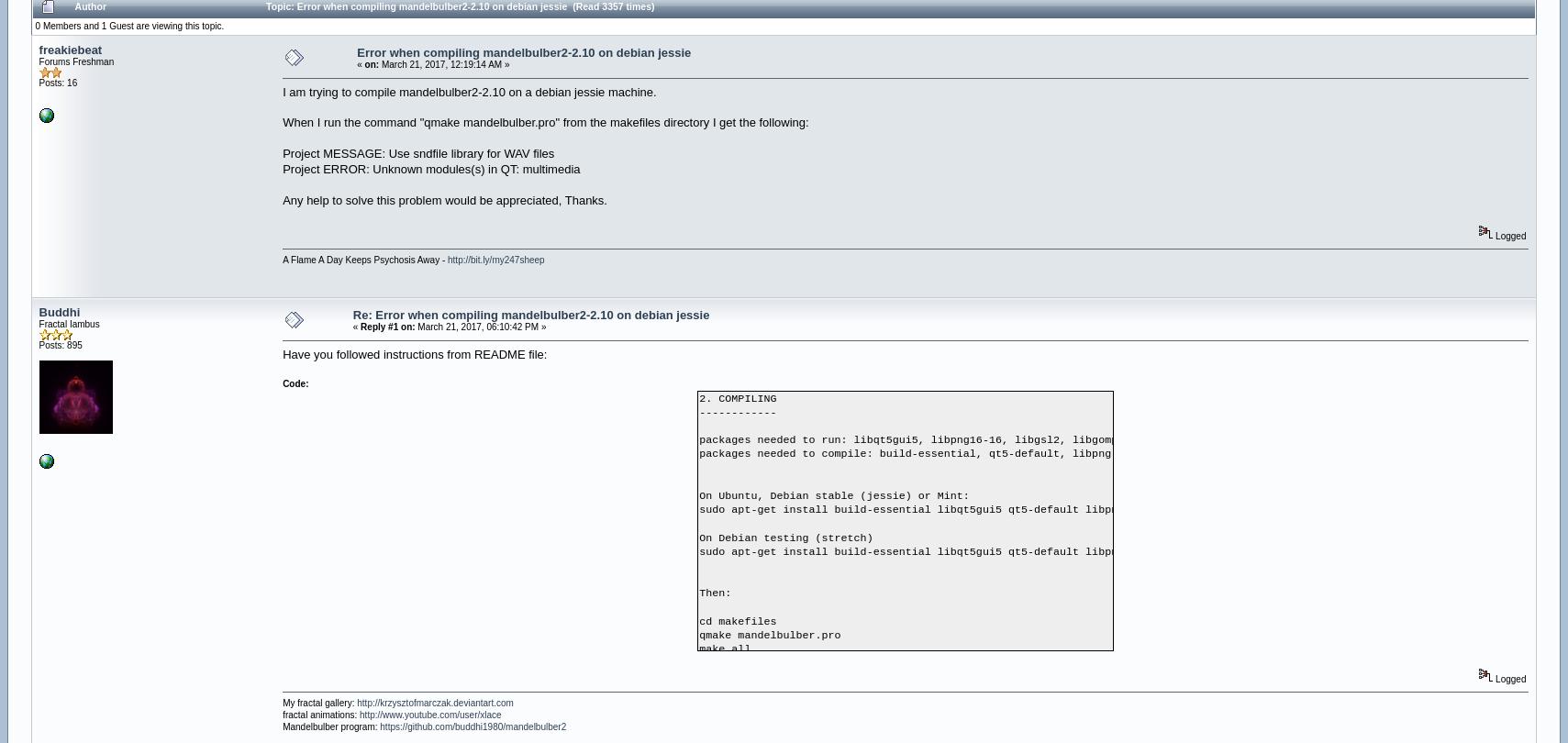 This screenshot has width=1568, height=743. Describe the element at coordinates (128, 25) in the screenshot. I see `'0 Members and 1 Guest are viewing this topic.'` at that location.